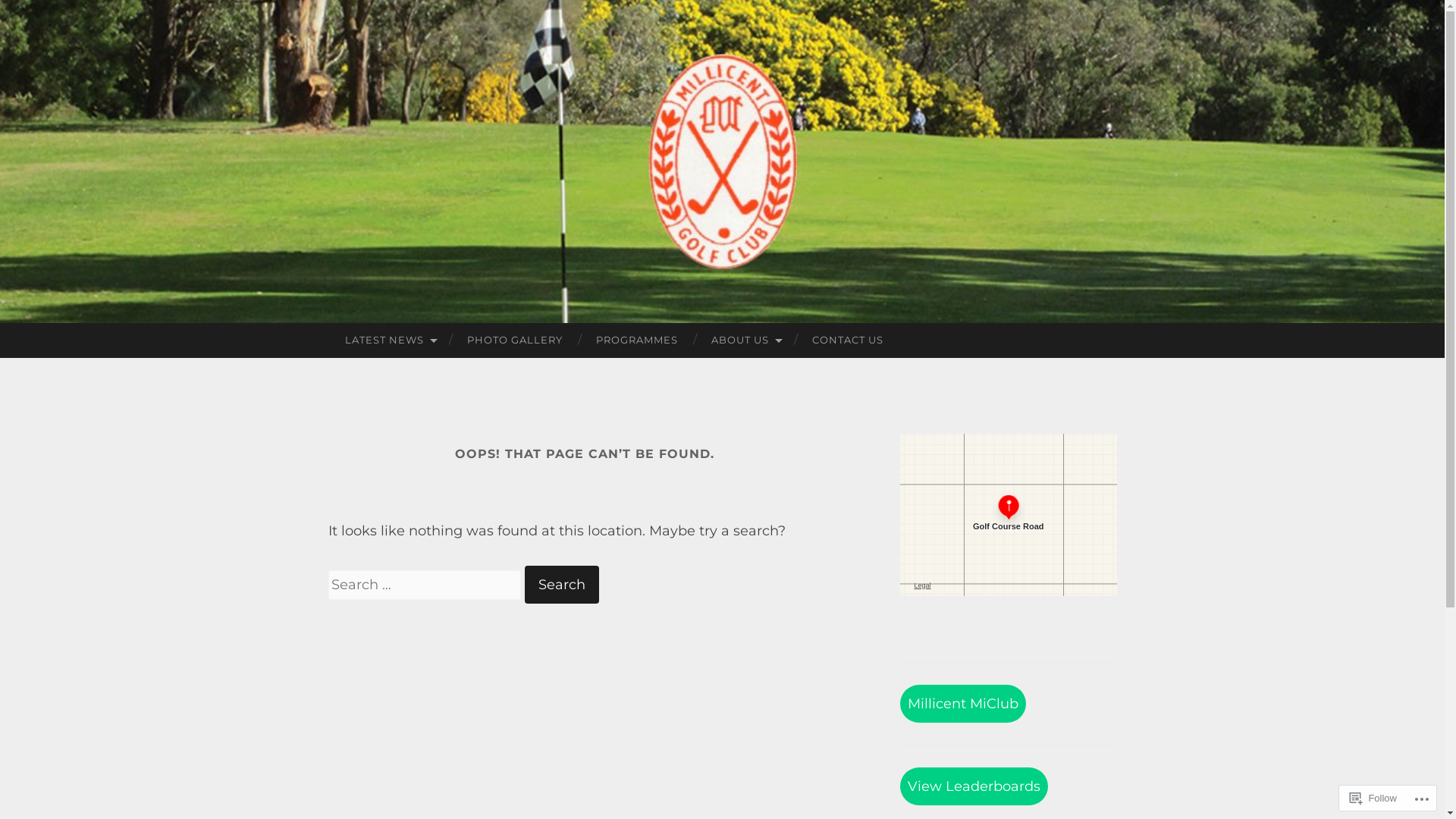 This screenshot has width=1456, height=819. What do you see at coordinates (514, 339) in the screenshot?
I see `'PHOTO GALLERY'` at bounding box center [514, 339].